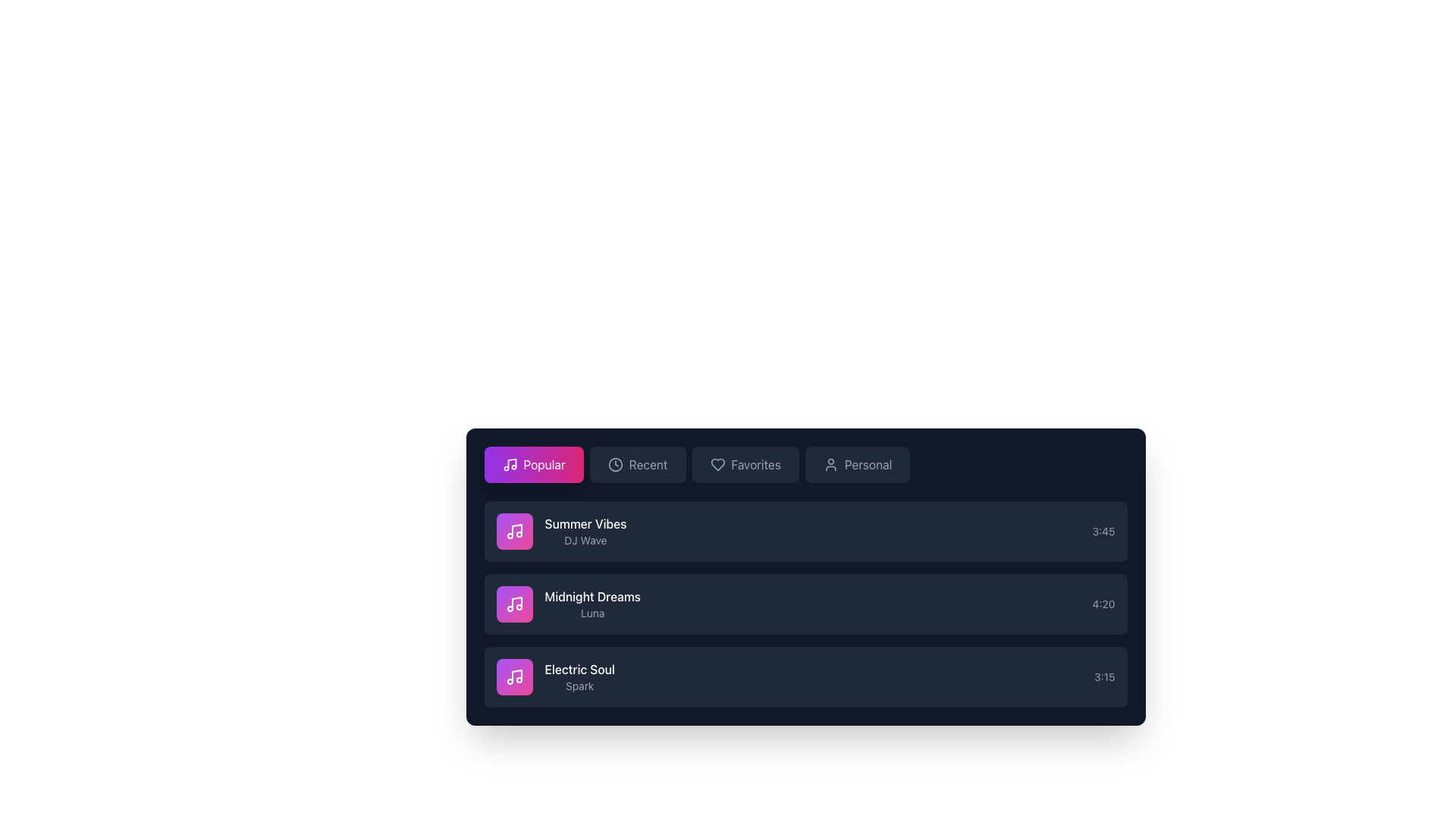  What do you see at coordinates (579, 686) in the screenshot?
I see `the text label displaying 'Spark', which is located beneath the bold text 'Electric Soul' in a dark-themed user interface, part of the last entry in a list of tracks` at bounding box center [579, 686].